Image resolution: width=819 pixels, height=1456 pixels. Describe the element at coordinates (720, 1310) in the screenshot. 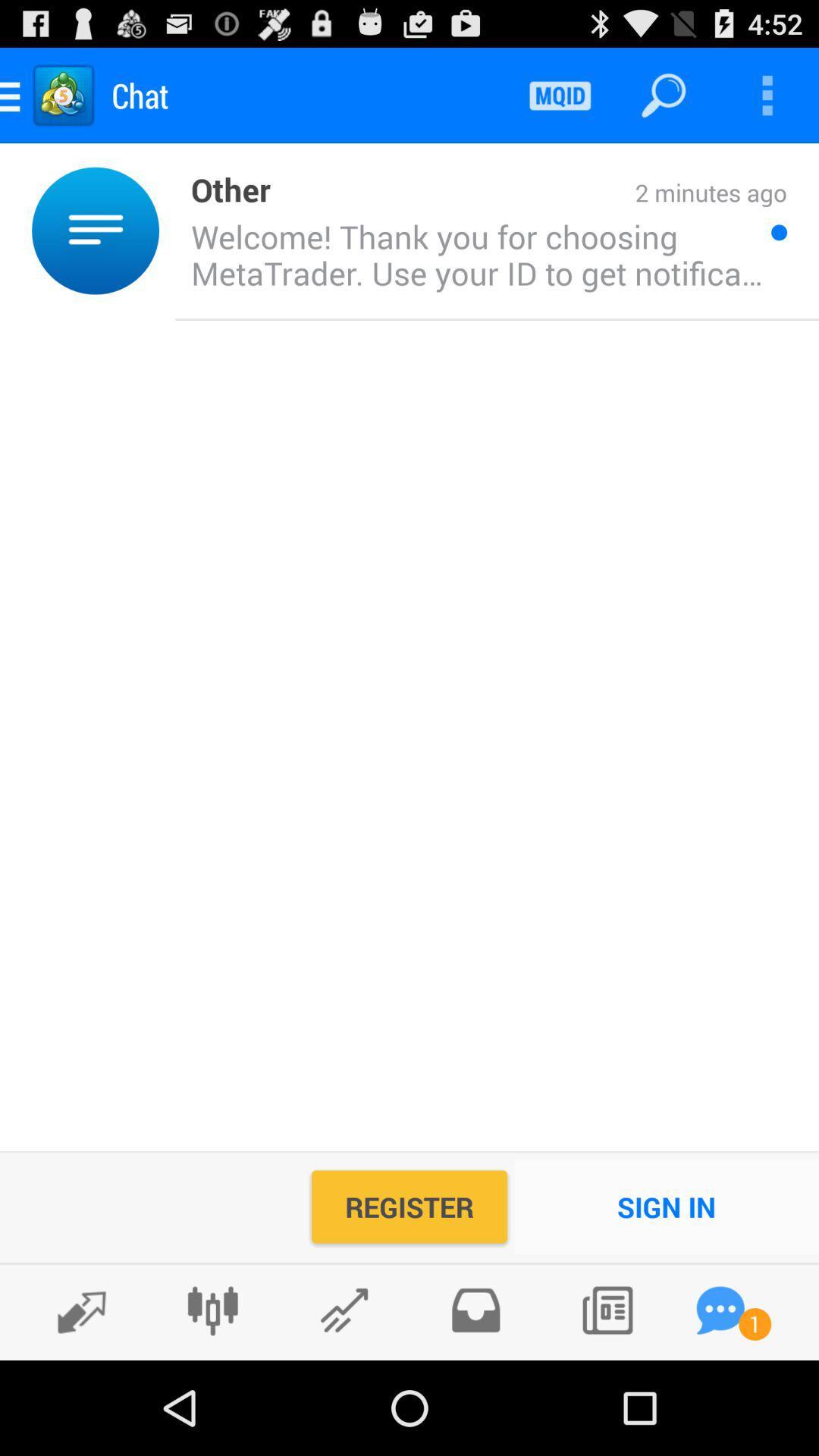

I see `messages` at that location.